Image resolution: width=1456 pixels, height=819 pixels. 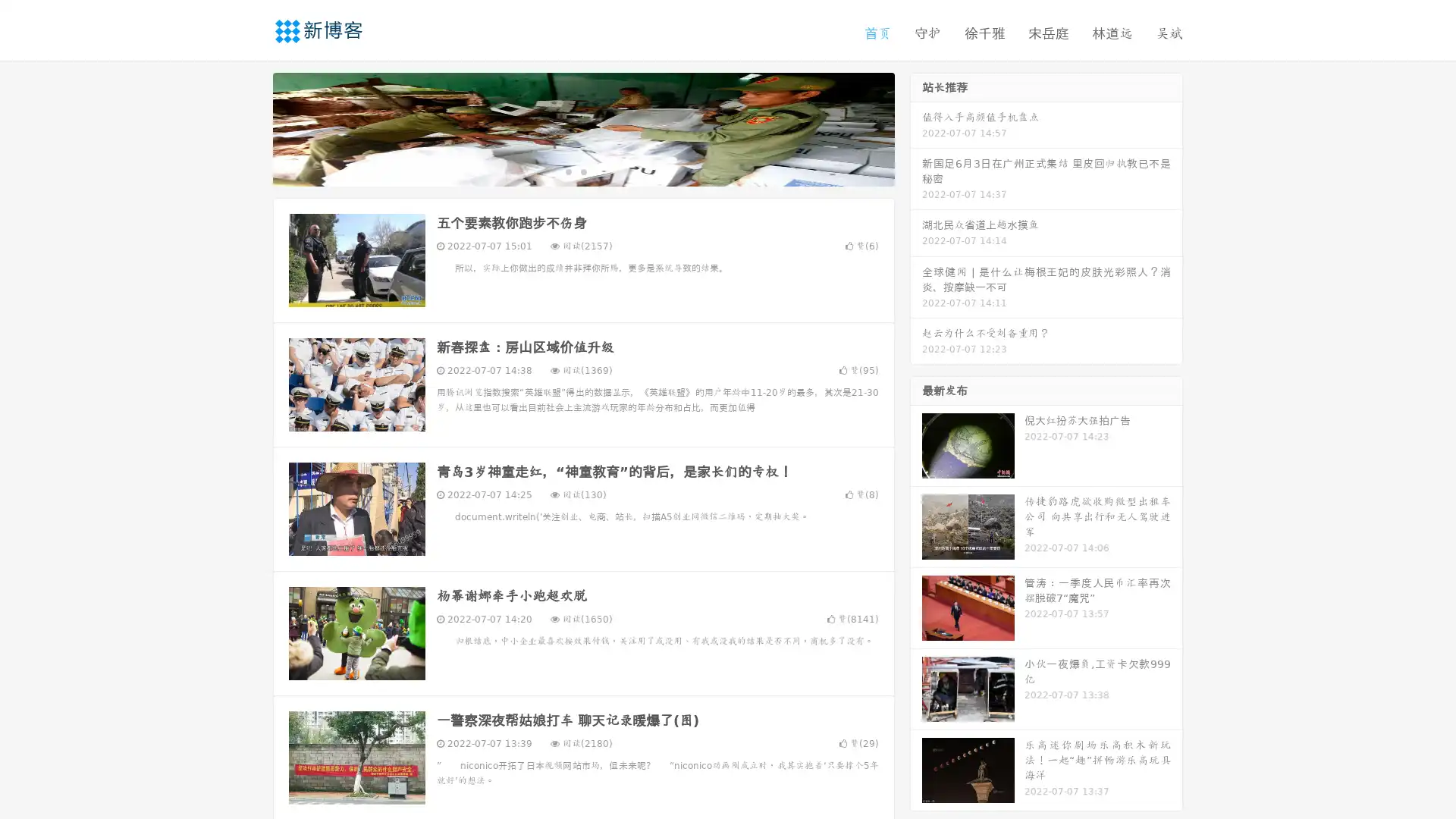 What do you see at coordinates (567, 171) in the screenshot?
I see `Go to slide 1` at bounding box center [567, 171].